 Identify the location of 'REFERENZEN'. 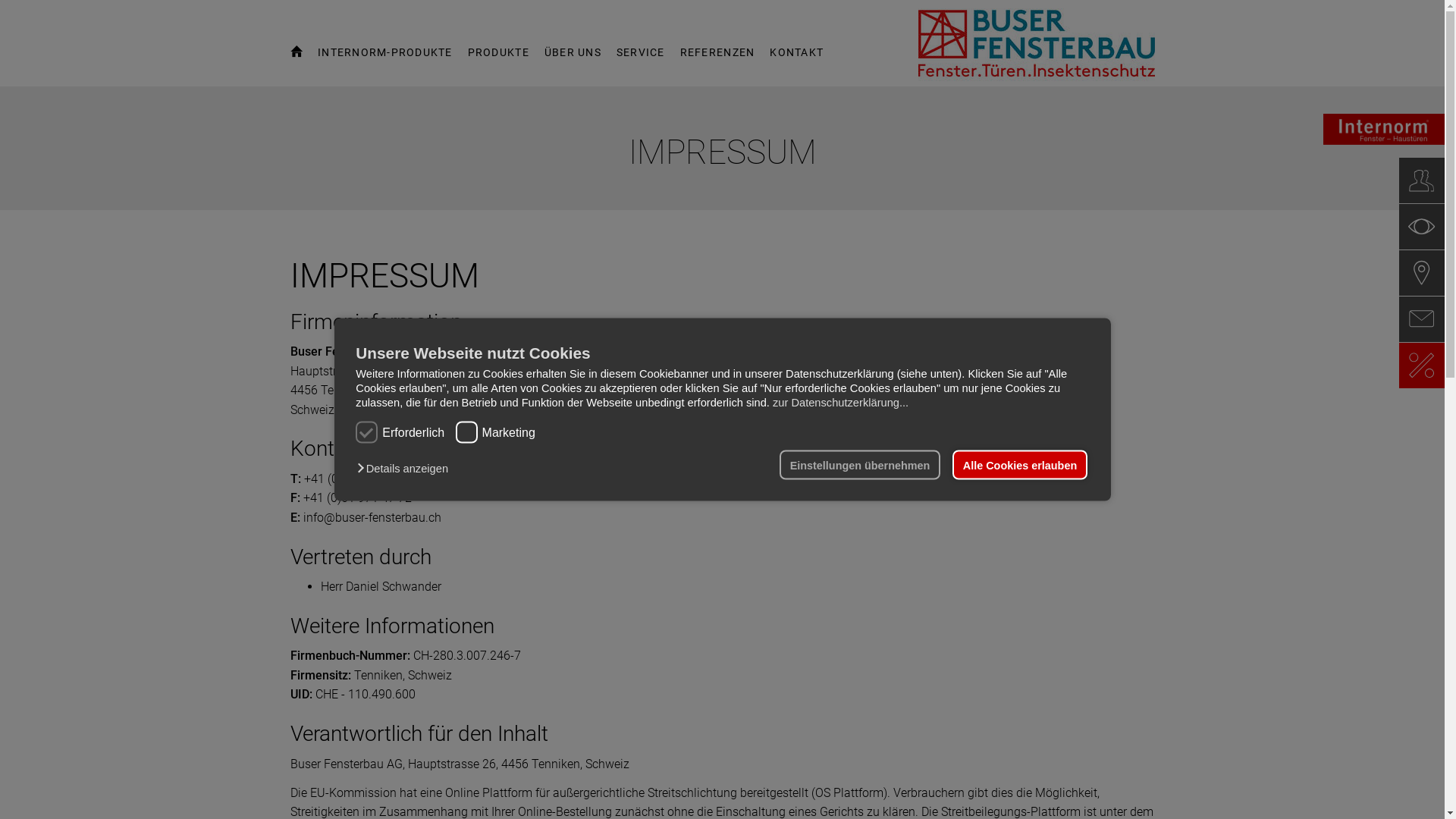
(679, 58).